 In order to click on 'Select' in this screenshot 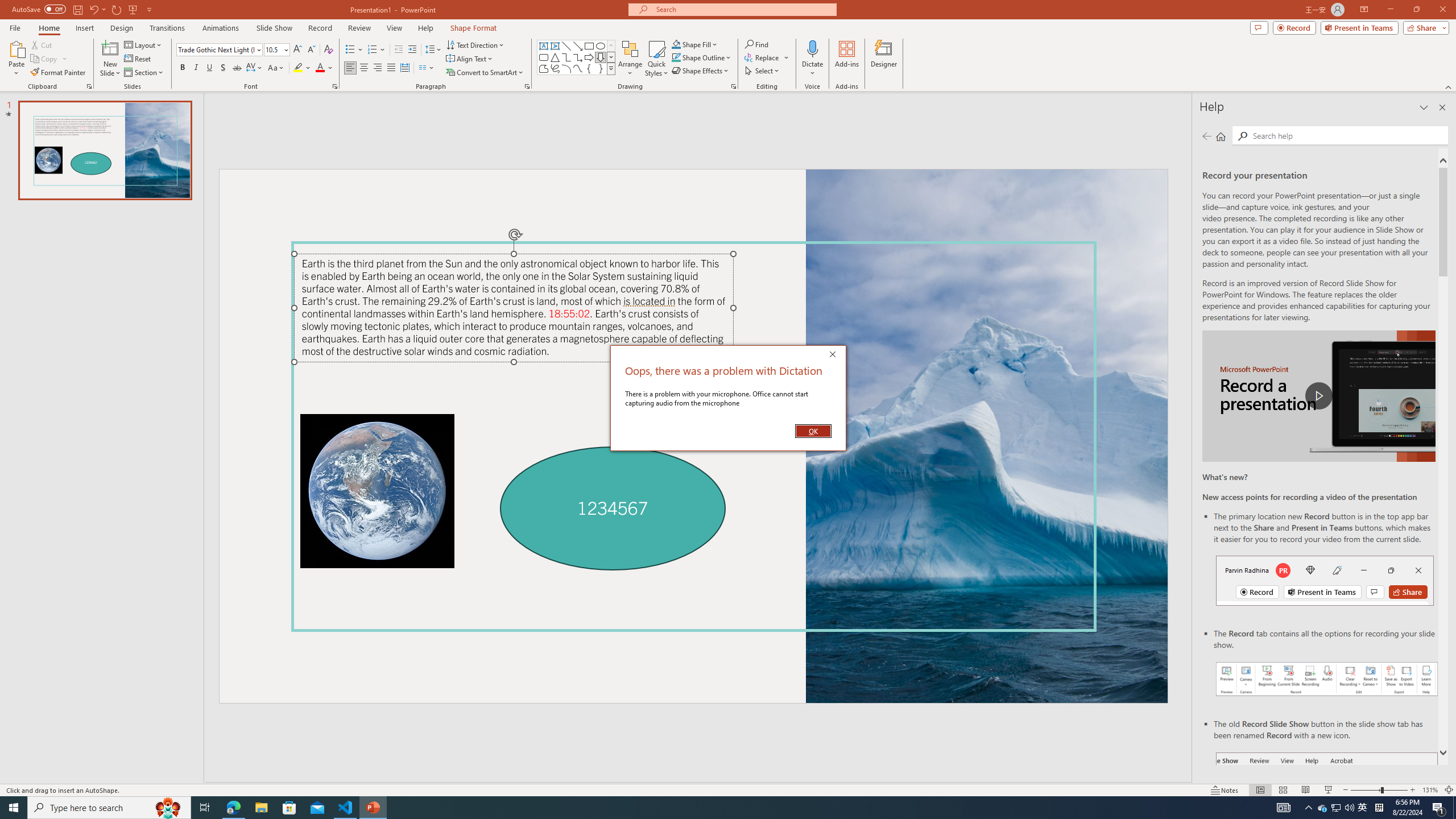, I will do `click(763, 69)`.